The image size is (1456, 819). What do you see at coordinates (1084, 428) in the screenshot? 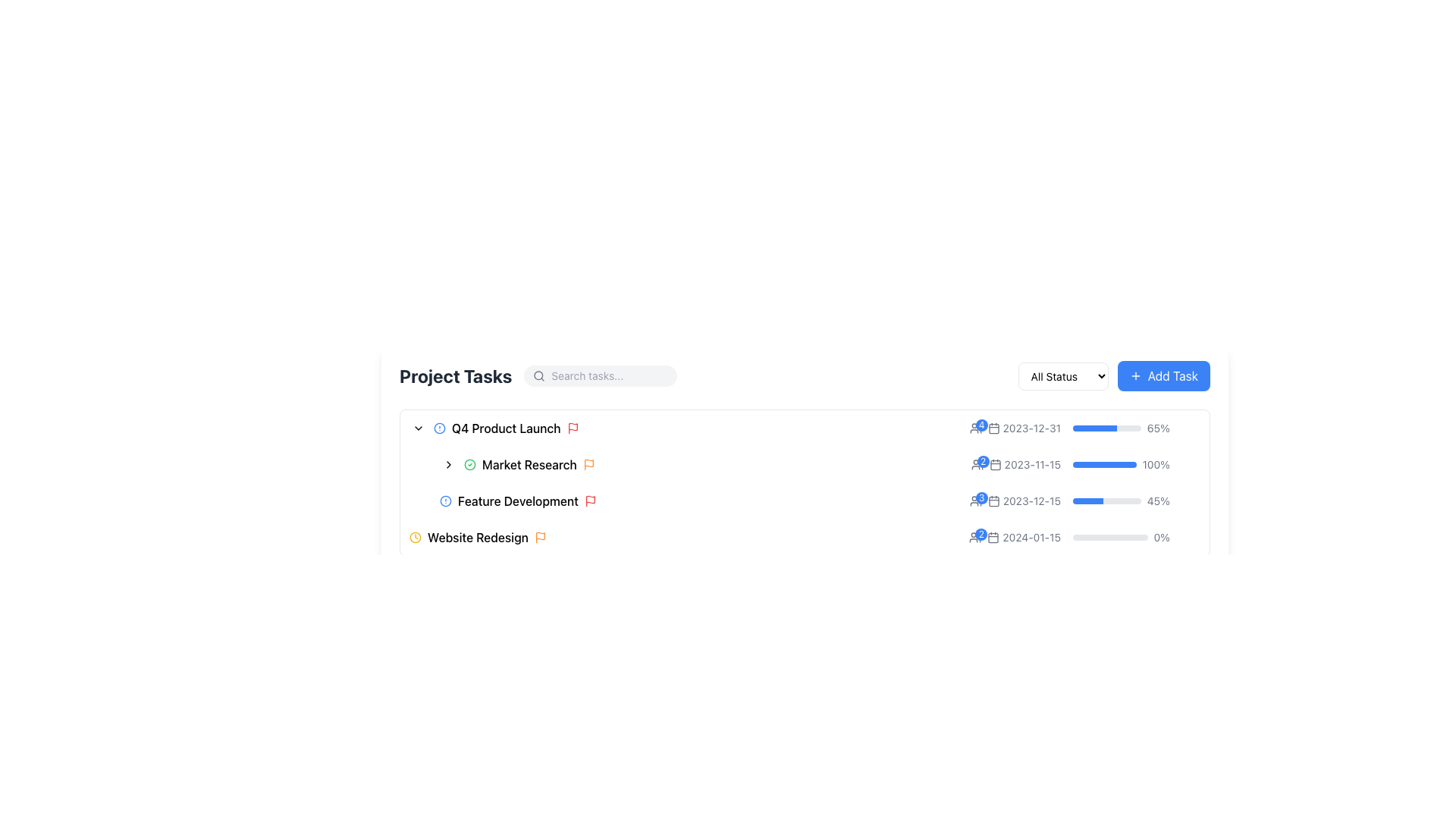
I see `progress and metadata from the progress bar indicating 65% completion for the task labeled 'Q4 Product Launch' with the date '2023-12-31' and the blue badge marked '4'` at bounding box center [1084, 428].